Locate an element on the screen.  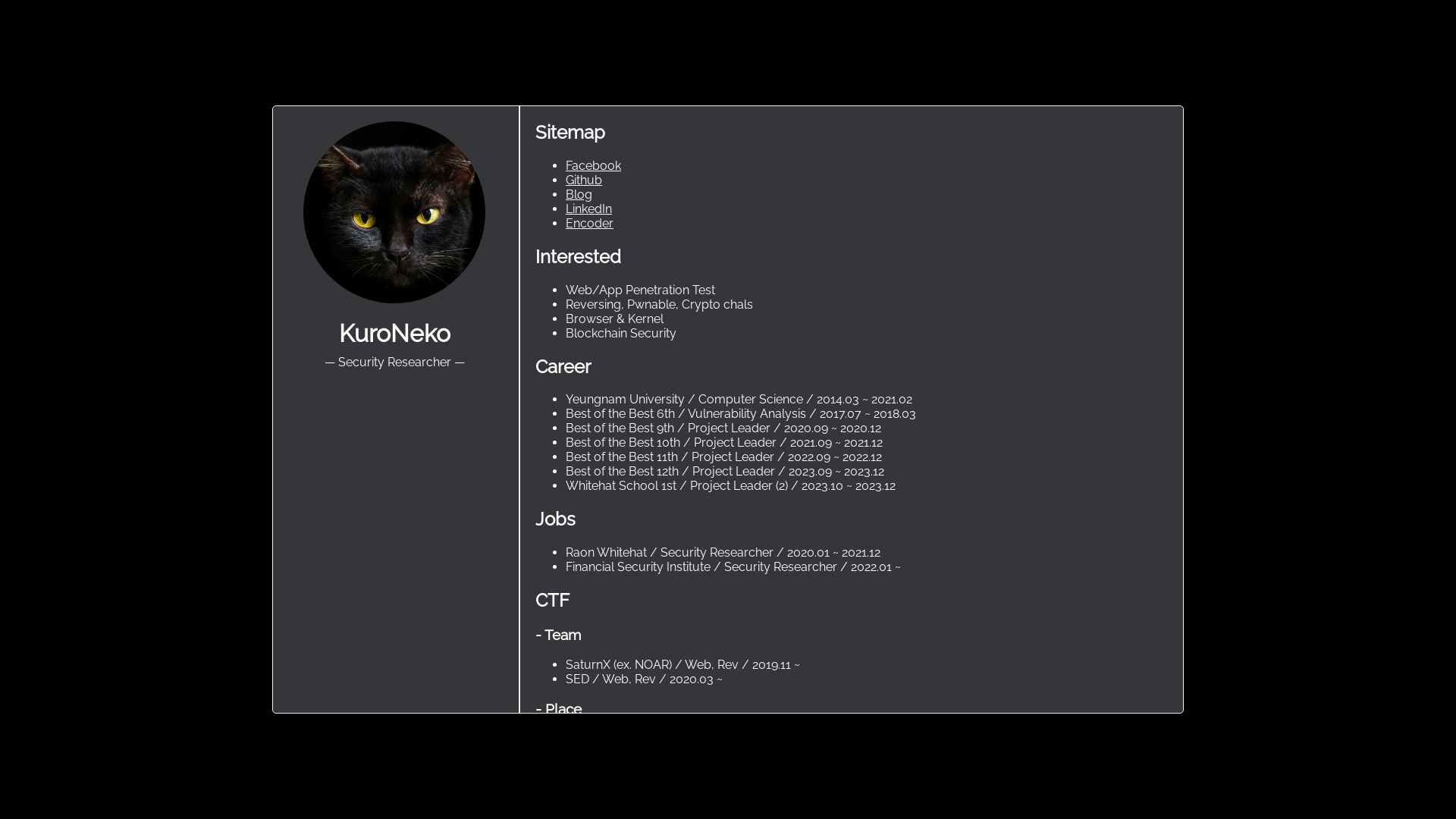
'LinkedIn' is located at coordinates (588, 209).